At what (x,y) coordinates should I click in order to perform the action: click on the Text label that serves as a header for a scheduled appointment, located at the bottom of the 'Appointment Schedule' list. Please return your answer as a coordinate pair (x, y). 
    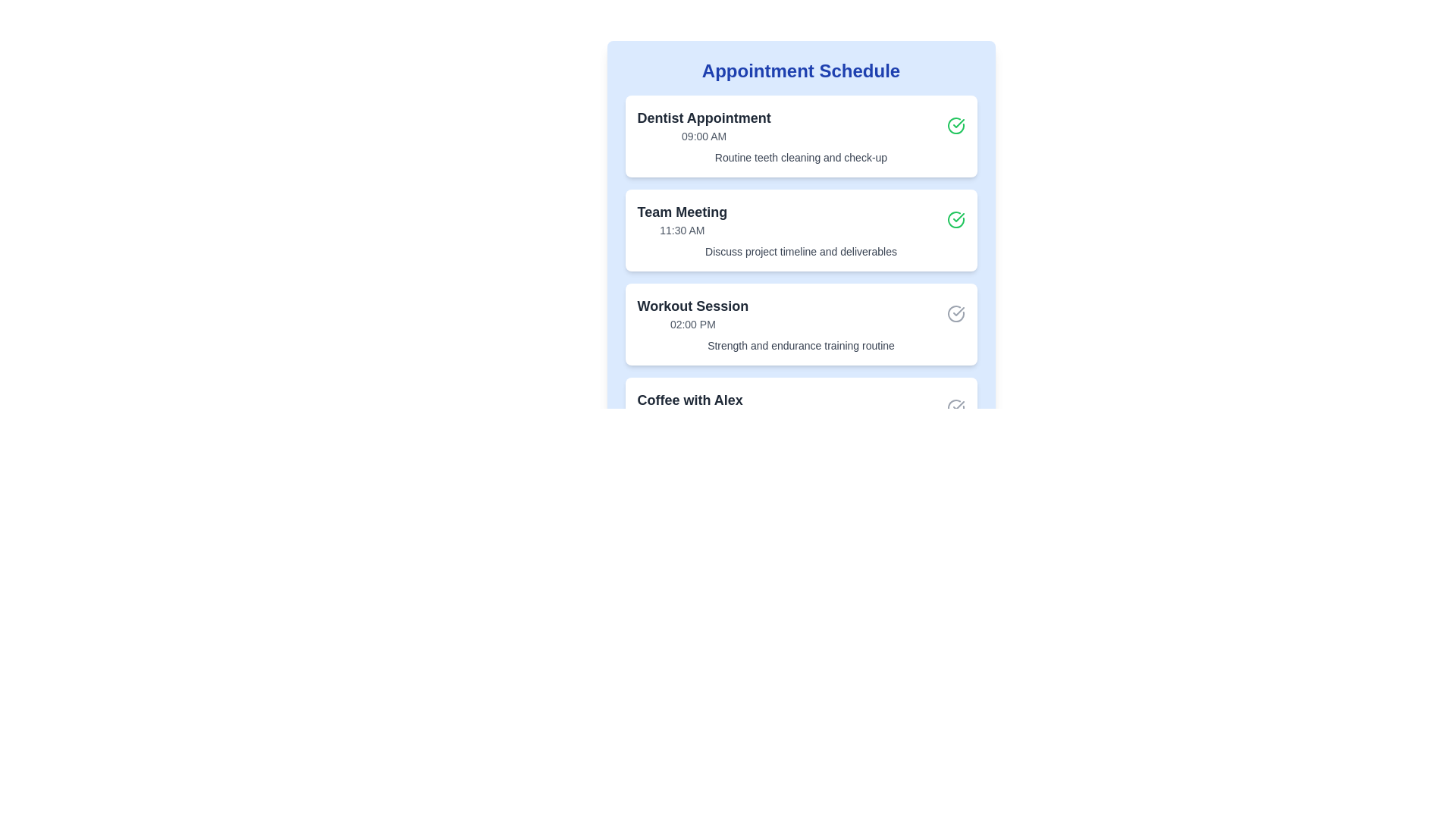
    Looking at the image, I should click on (689, 400).